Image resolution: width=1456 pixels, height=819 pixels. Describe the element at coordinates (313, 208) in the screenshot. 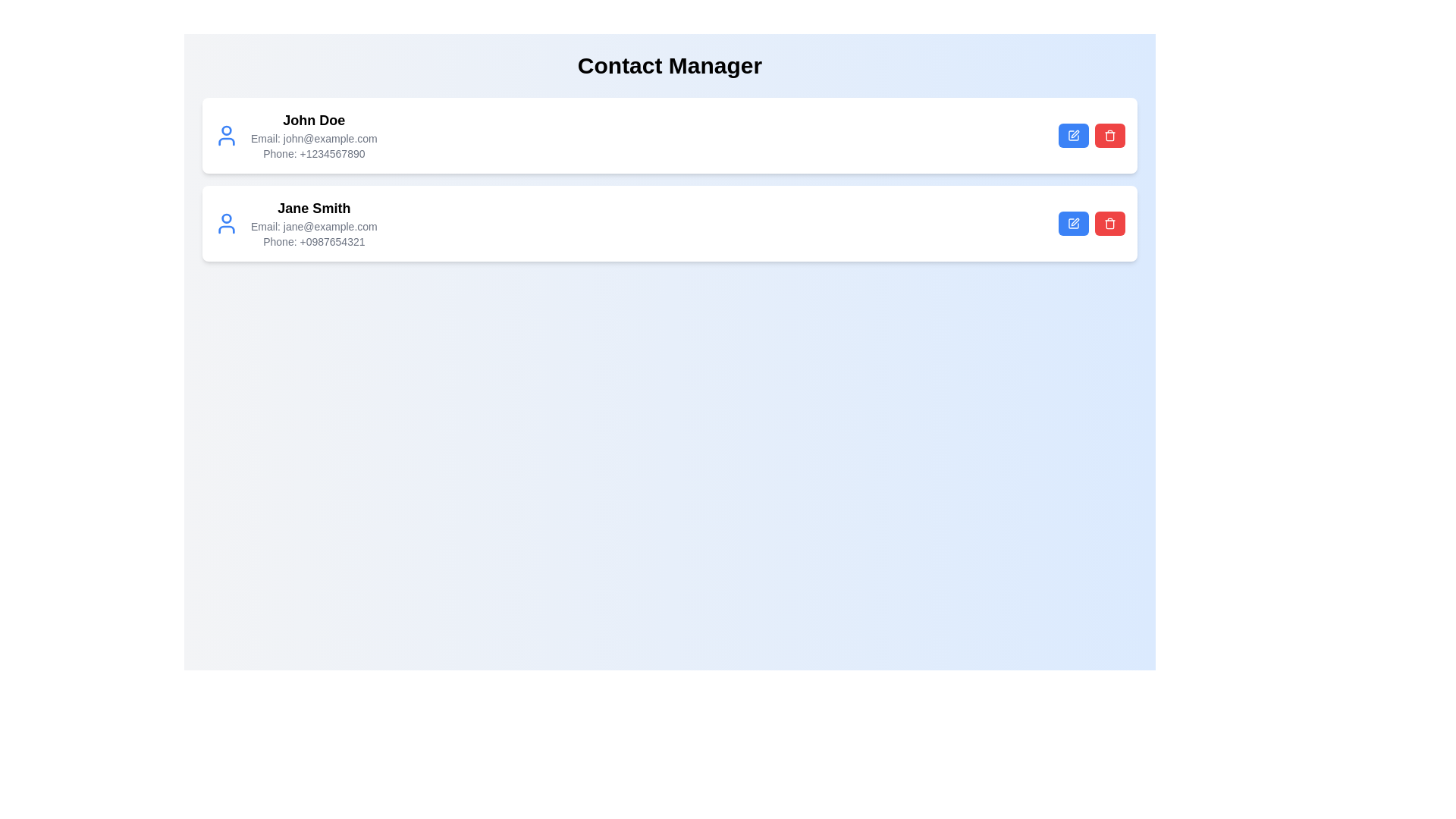

I see `the text label that displays the name of the contact in the second contact card, which is centered above the email and phone details` at that location.